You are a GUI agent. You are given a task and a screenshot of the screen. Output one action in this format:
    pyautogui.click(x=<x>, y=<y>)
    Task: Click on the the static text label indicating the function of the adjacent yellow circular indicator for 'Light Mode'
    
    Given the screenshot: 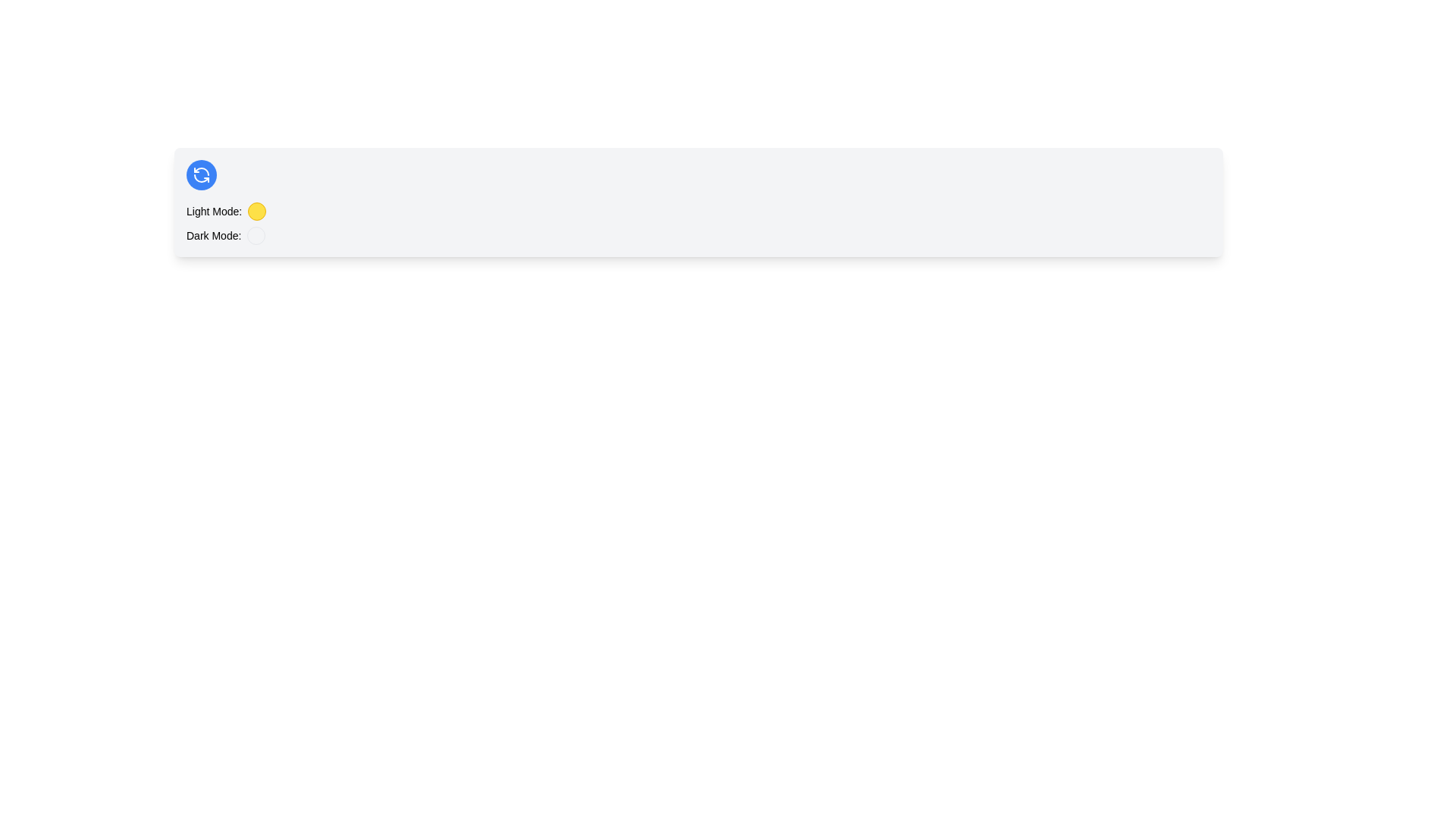 What is the action you would take?
    pyautogui.click(x=213, y=211)
    